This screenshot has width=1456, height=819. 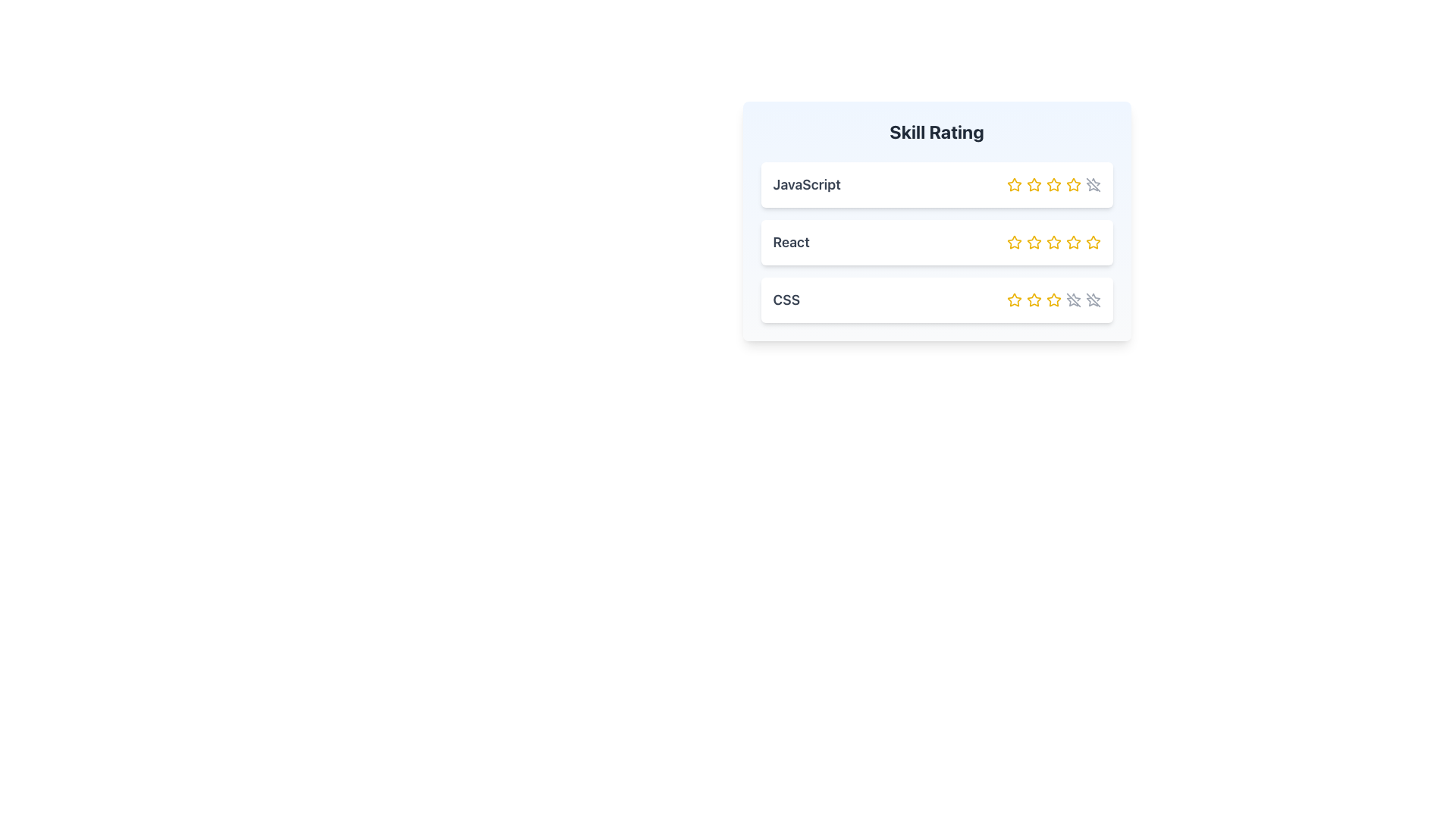 What do you see at coordinates (1092, 241) in the screenshot?
I see `the fifth star` at bounding box center [1092, 241].